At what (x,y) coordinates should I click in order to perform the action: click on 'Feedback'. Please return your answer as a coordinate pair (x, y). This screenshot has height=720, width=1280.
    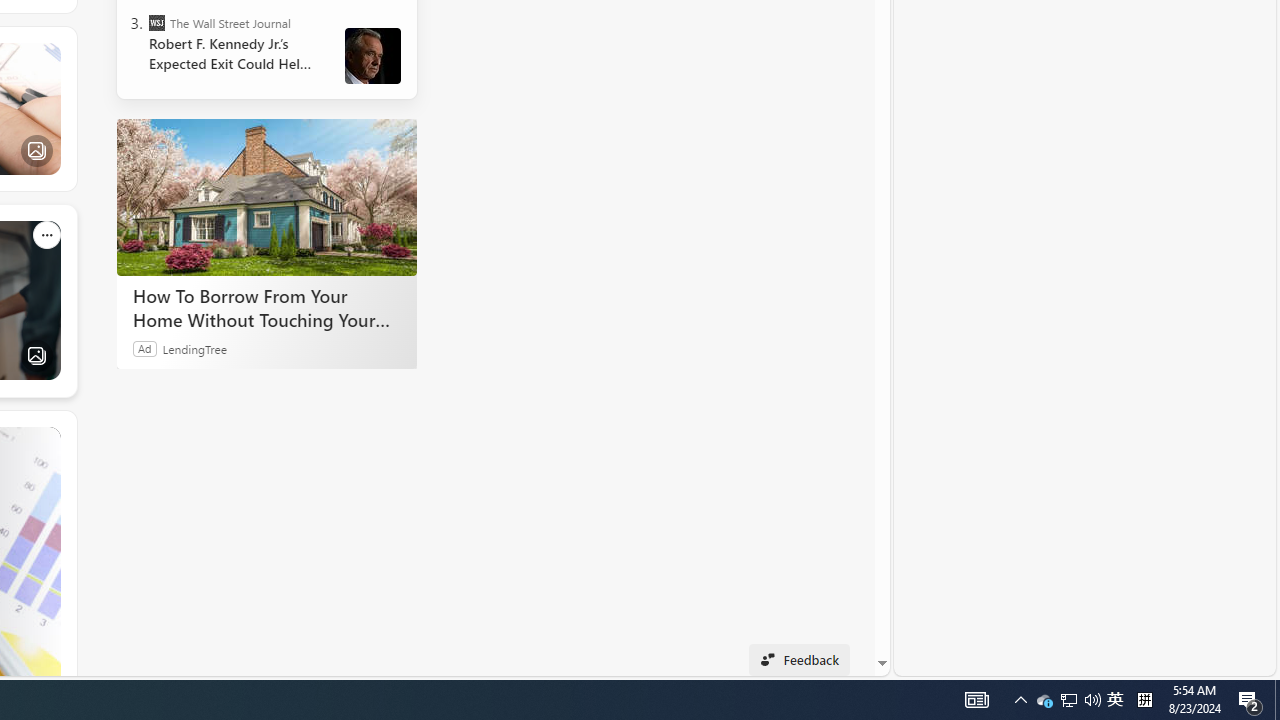
    Looking at the image, I should click on (798, 659).